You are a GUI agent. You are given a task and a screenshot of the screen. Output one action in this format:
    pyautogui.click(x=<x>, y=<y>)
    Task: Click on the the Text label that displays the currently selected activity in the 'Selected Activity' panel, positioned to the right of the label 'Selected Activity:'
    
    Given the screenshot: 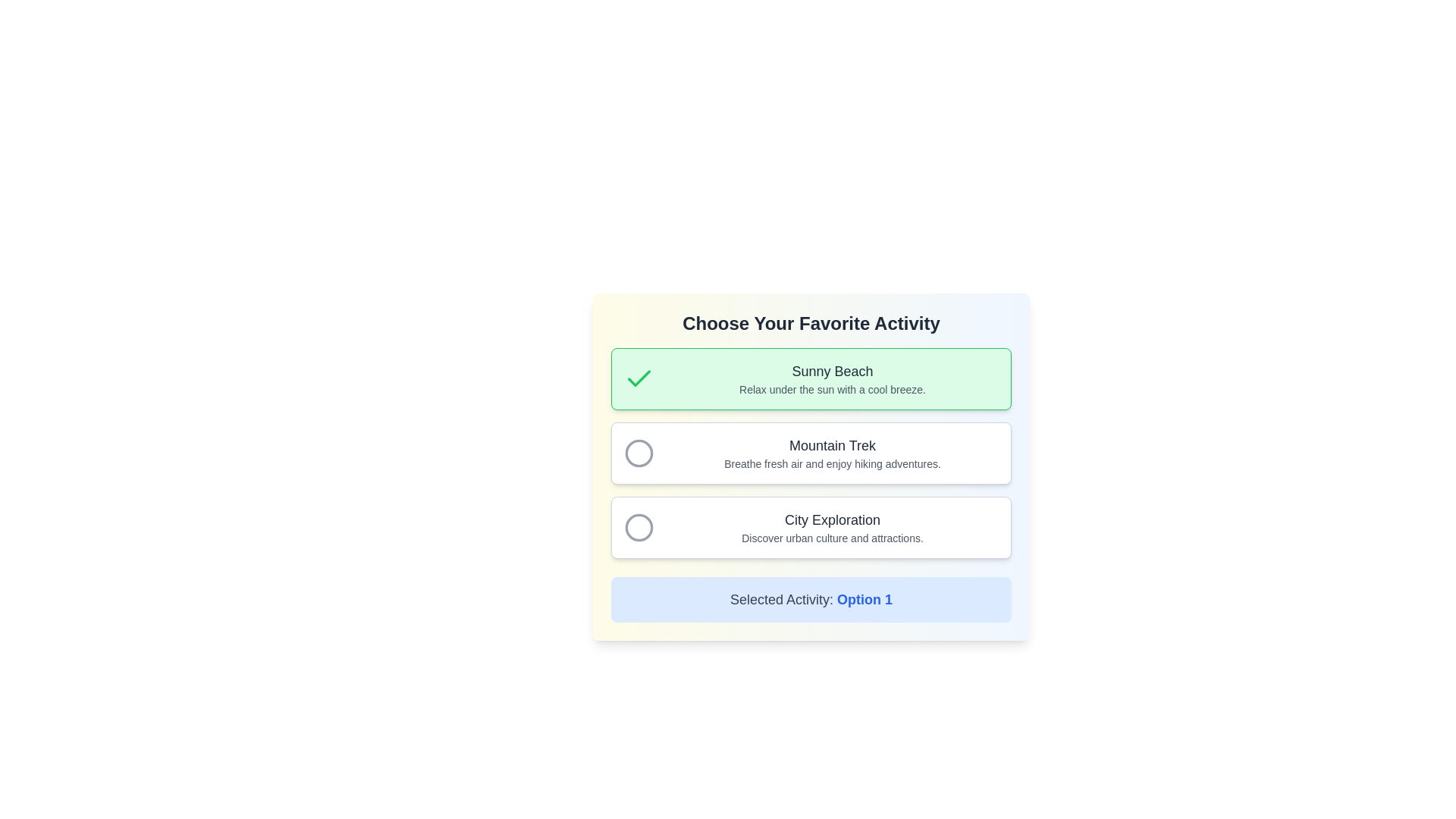 What is the action you would take?
    pyautogui.click(x=864, y=598)
    